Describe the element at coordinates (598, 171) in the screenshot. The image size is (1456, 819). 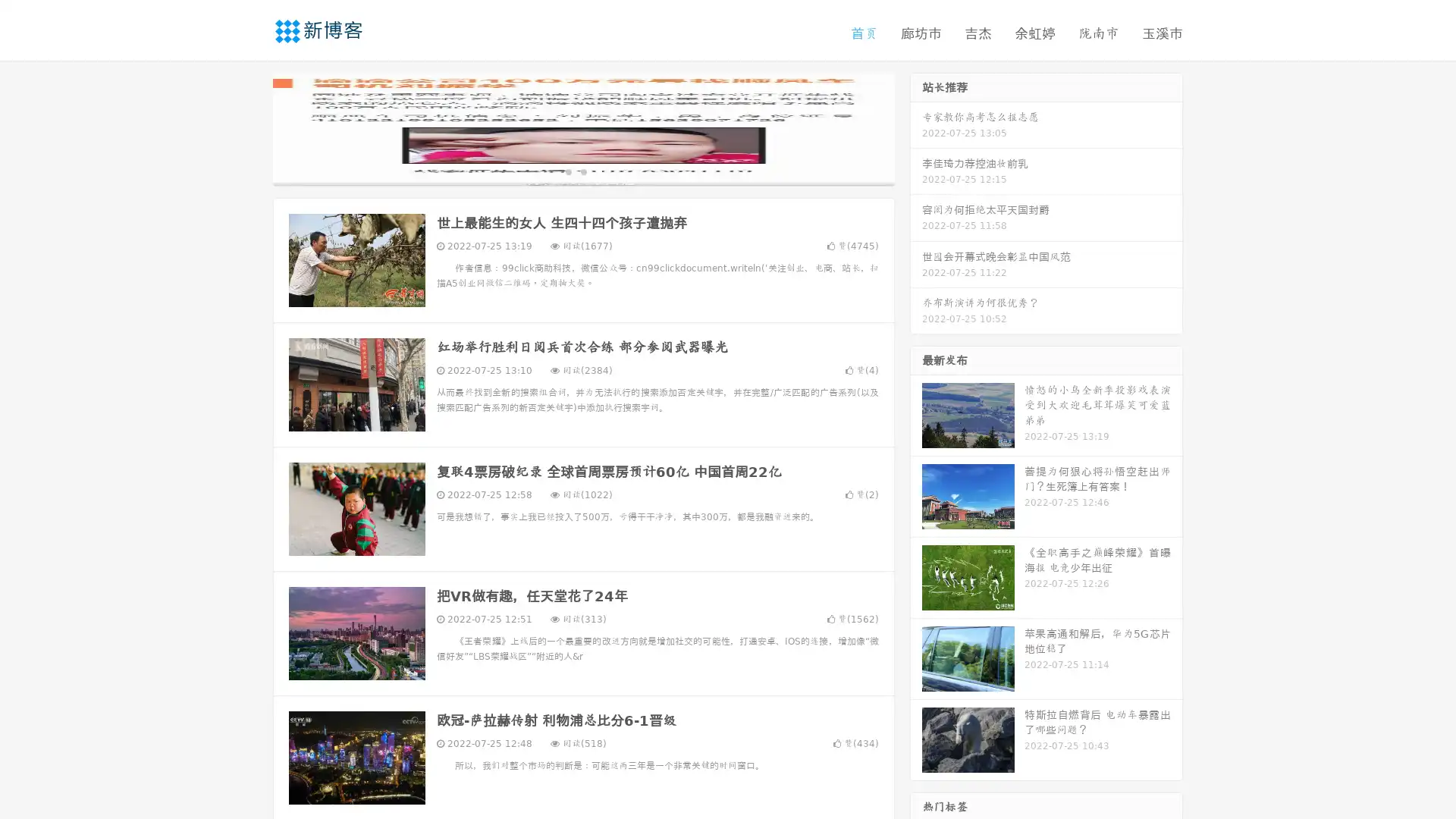
I see `Go to slide 3` at that location.